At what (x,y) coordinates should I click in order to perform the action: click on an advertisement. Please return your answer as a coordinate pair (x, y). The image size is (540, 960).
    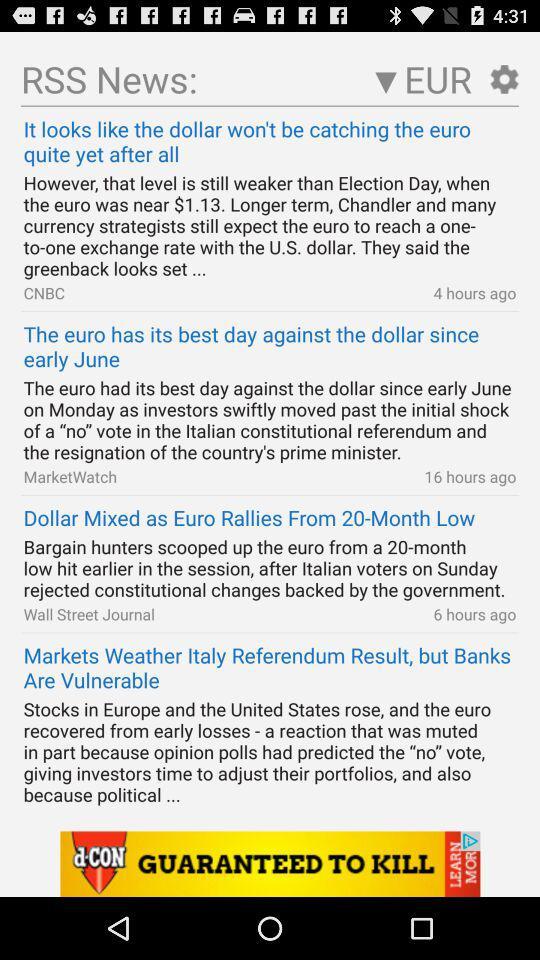
    Looking at the image, I should click on (270, 863).